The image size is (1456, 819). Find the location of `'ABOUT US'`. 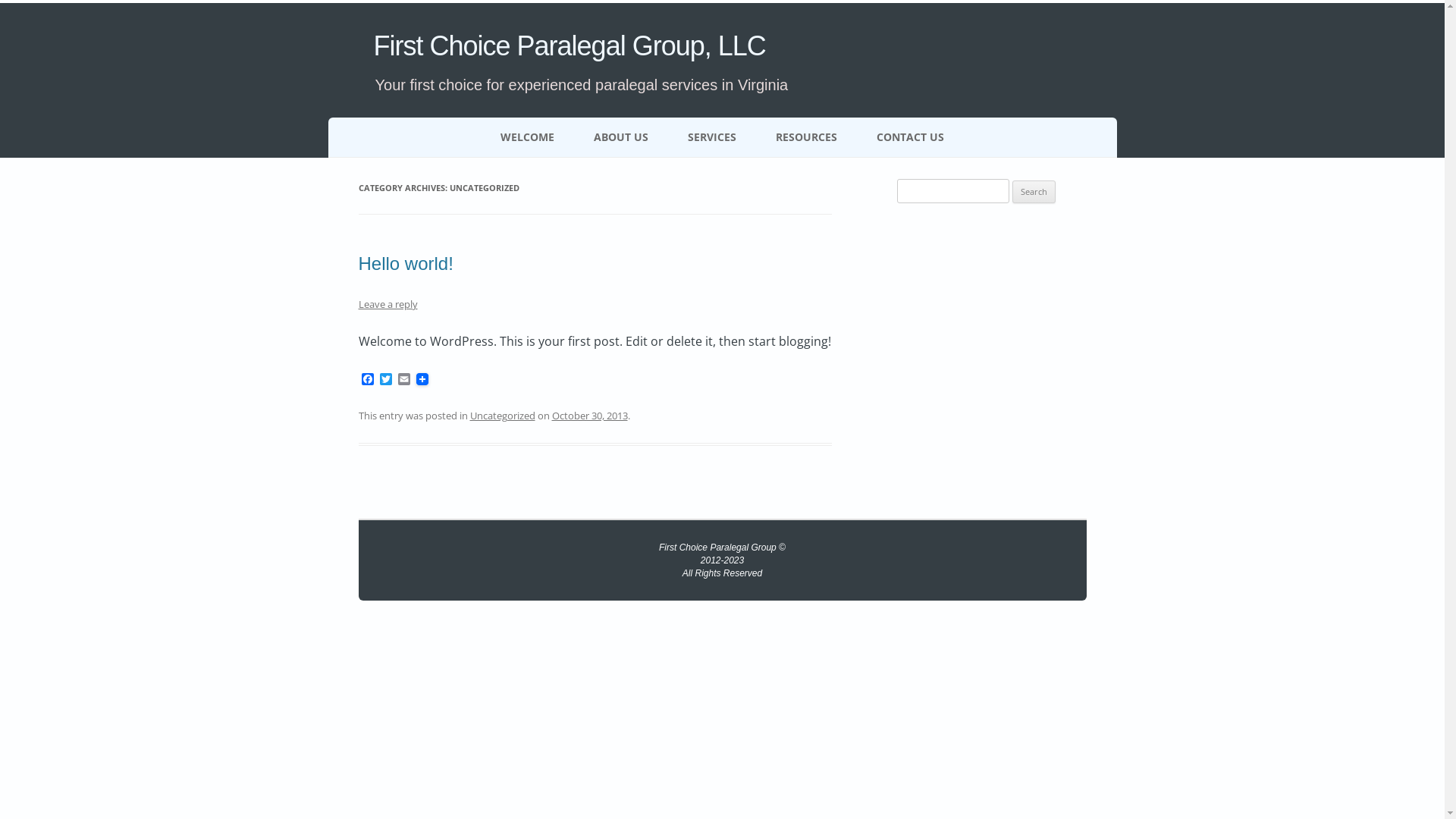

'ABOUT US' is located at coordinates (621, 137).